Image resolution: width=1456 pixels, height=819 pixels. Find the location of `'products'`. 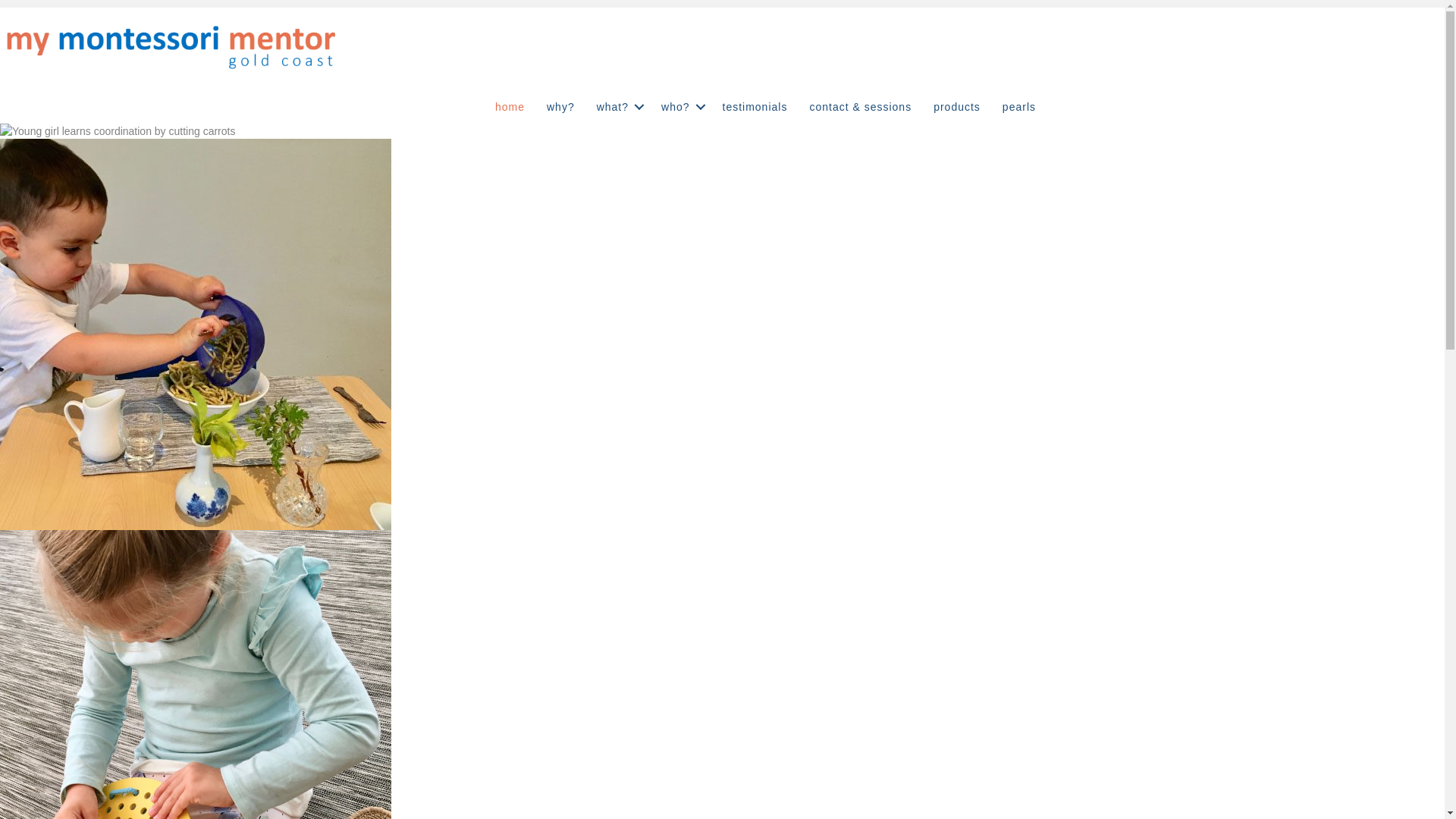

'products' is located at coordinates (922, 106).